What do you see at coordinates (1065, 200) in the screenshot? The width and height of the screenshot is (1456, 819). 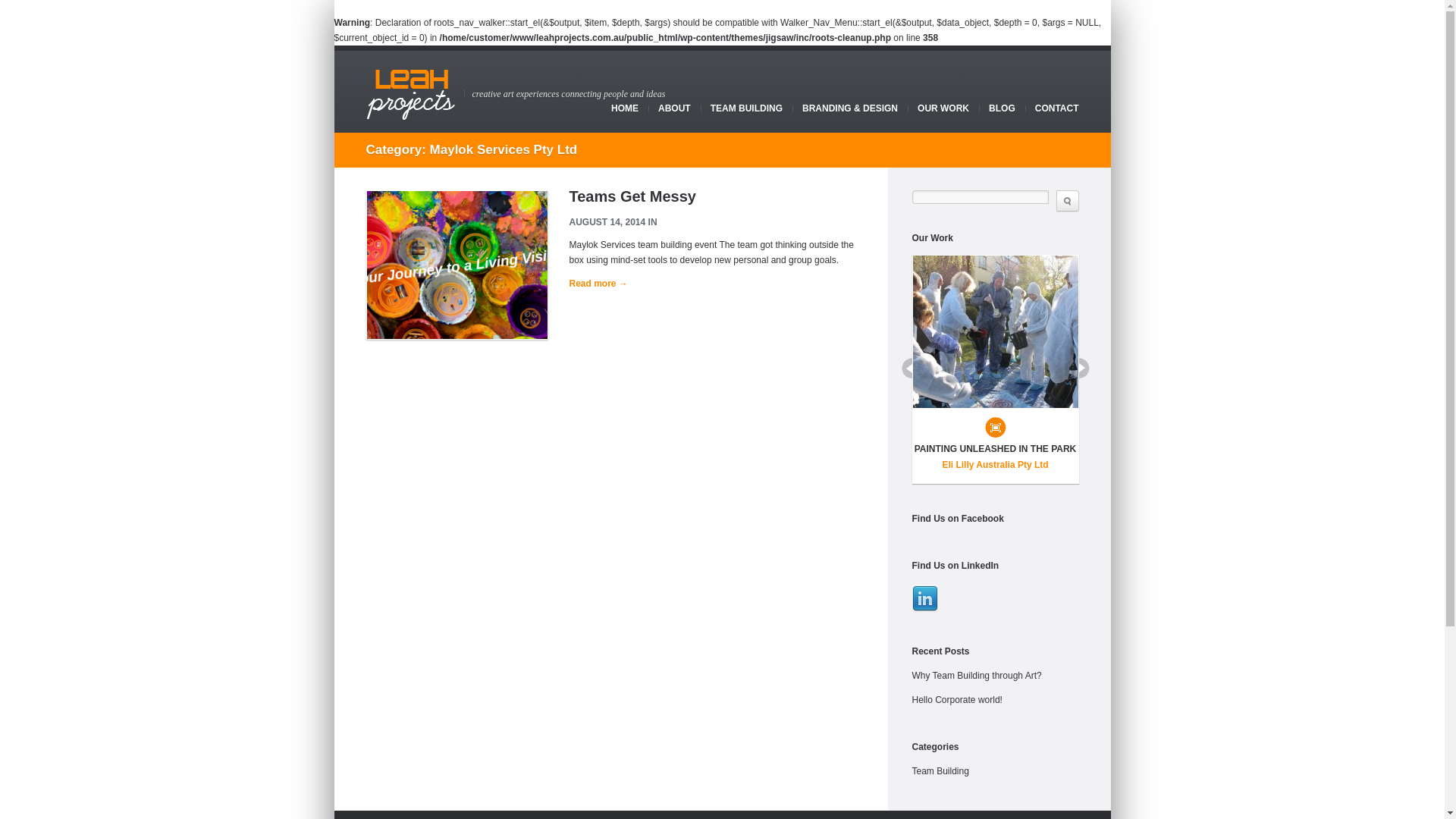 I see `'Search'` at bounding box center [1065, 200].